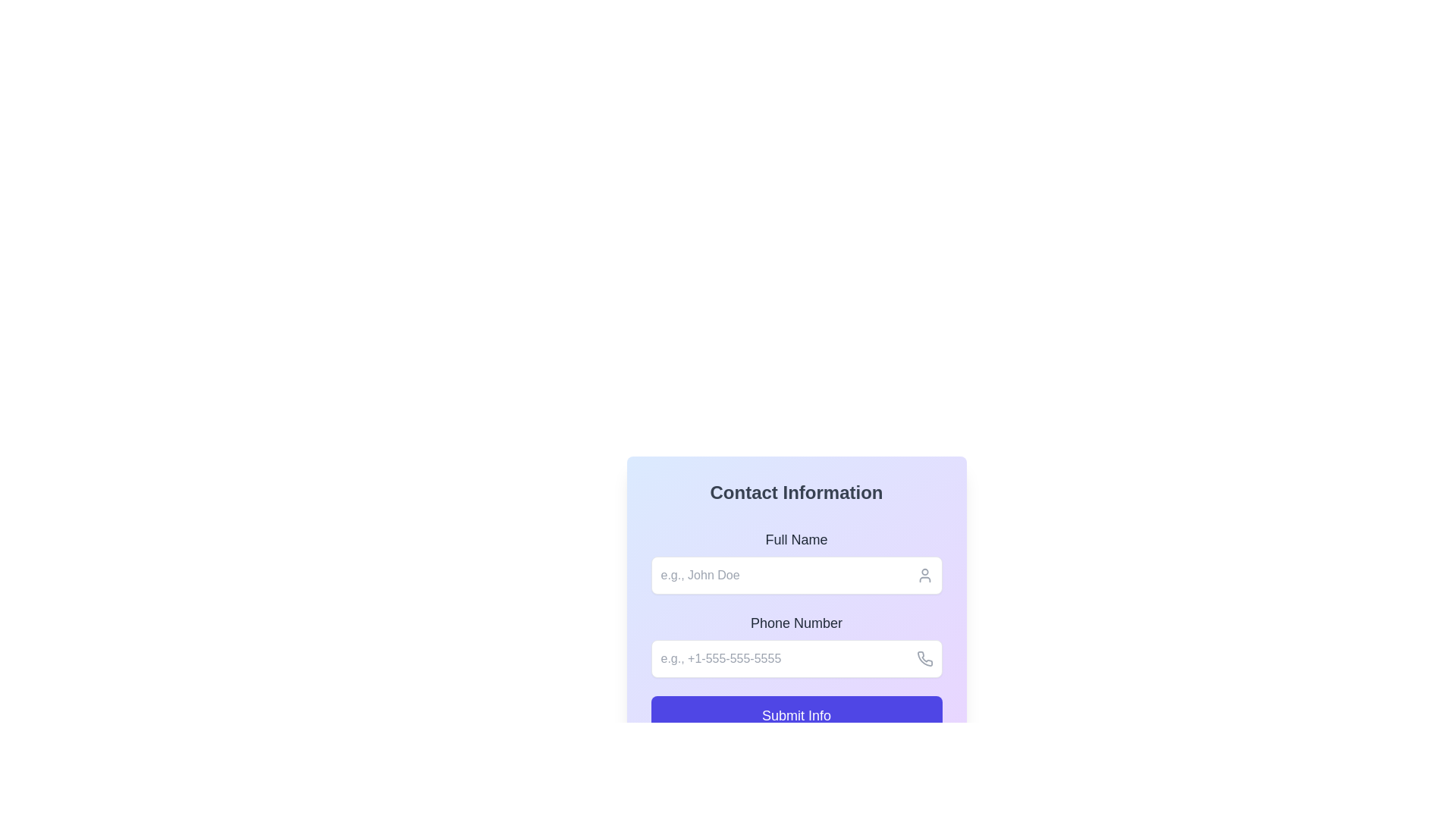  What do you see at coordinates (795, 539) in the screenshot?
I see `the 'Full Name' label, which is a bold gray text label located under the 'Contact Information' section, above the input box for the user's full name` at bounding box center [795, 539].